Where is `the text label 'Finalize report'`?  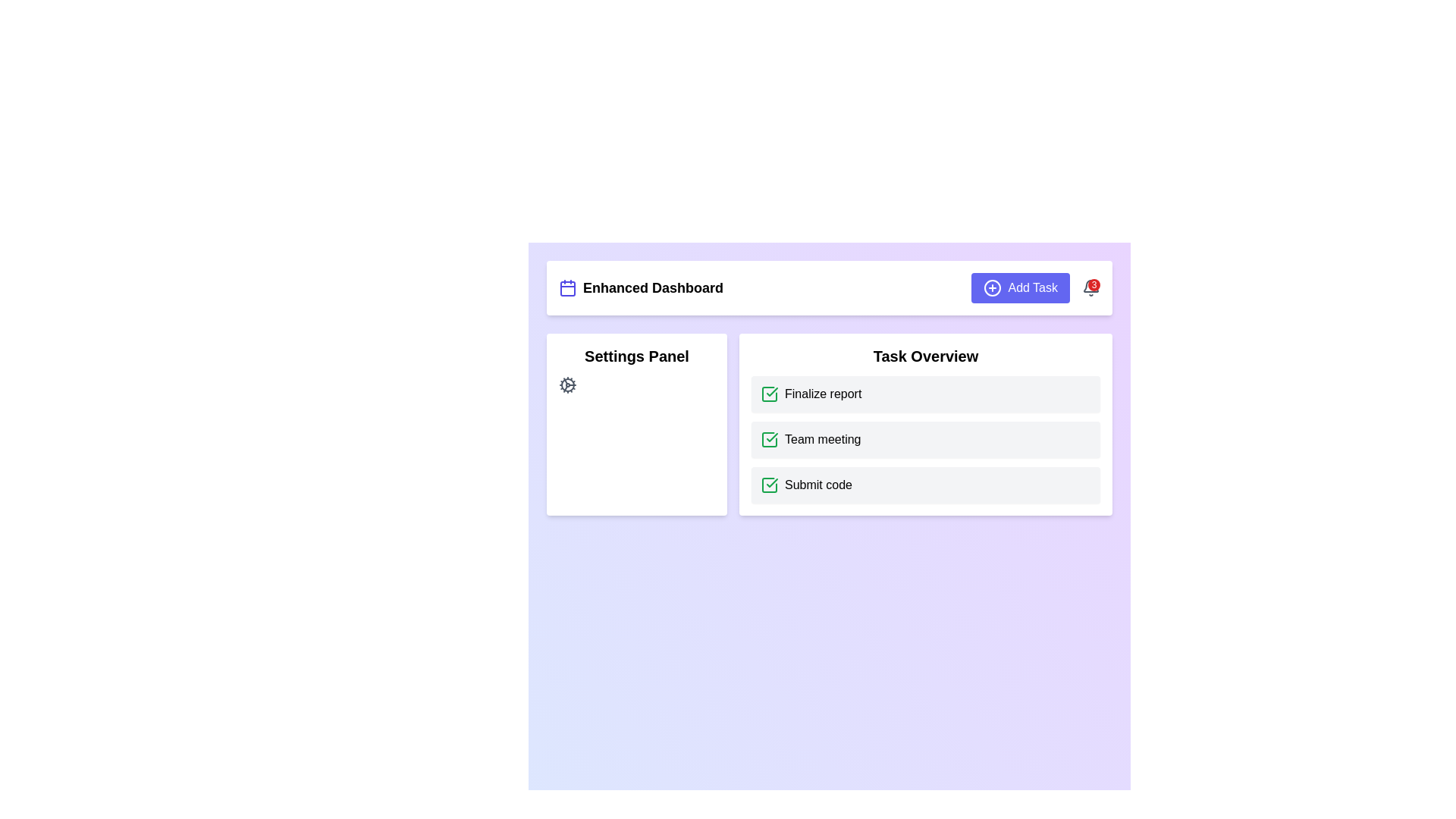
the text label 'Finalize report' is located at coordinates (822, 394).